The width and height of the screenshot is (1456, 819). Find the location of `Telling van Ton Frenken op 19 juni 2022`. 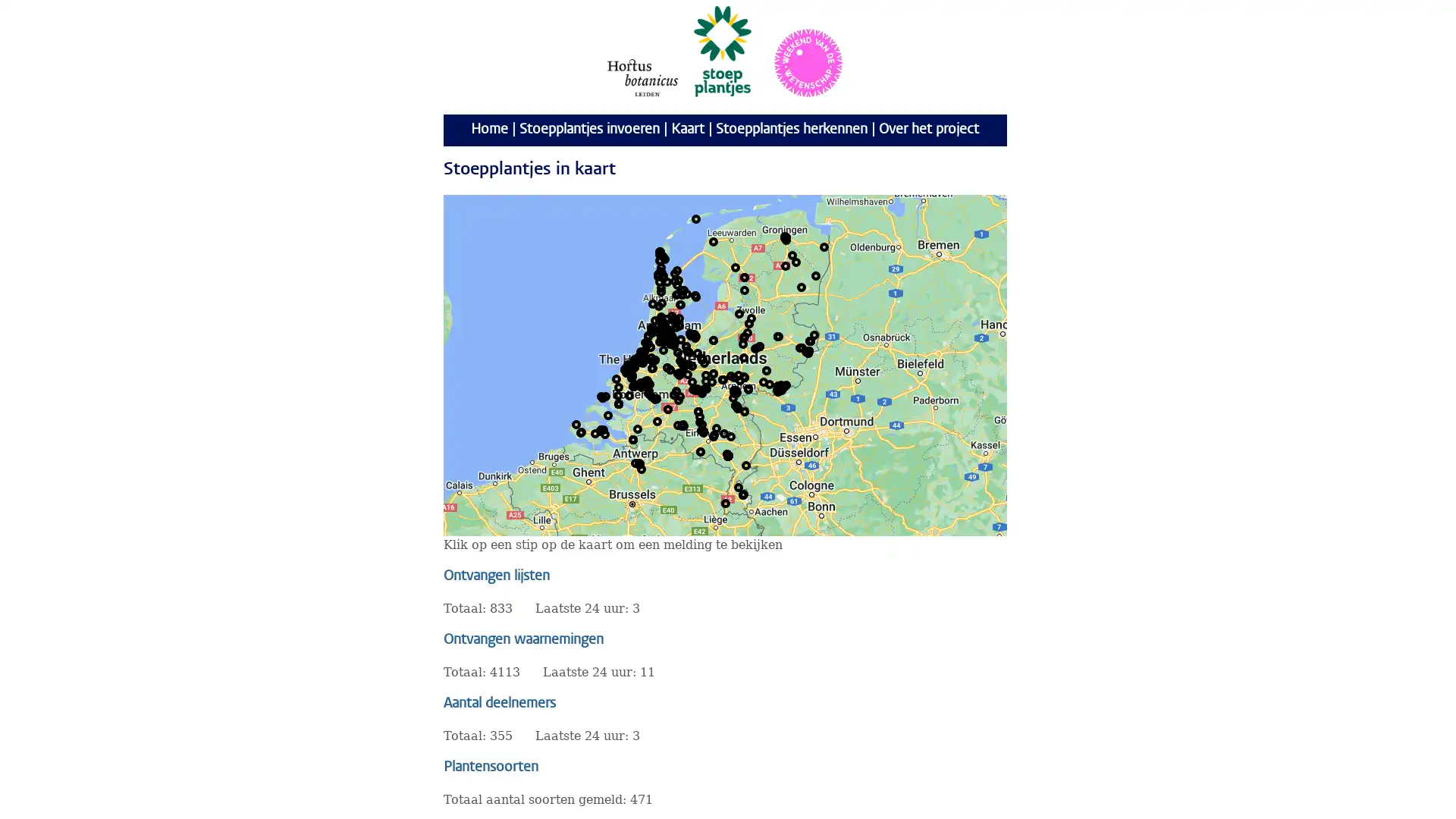

Telling van Ton Frenken op 19 juni 2022 is located at coordinates (728, 455).